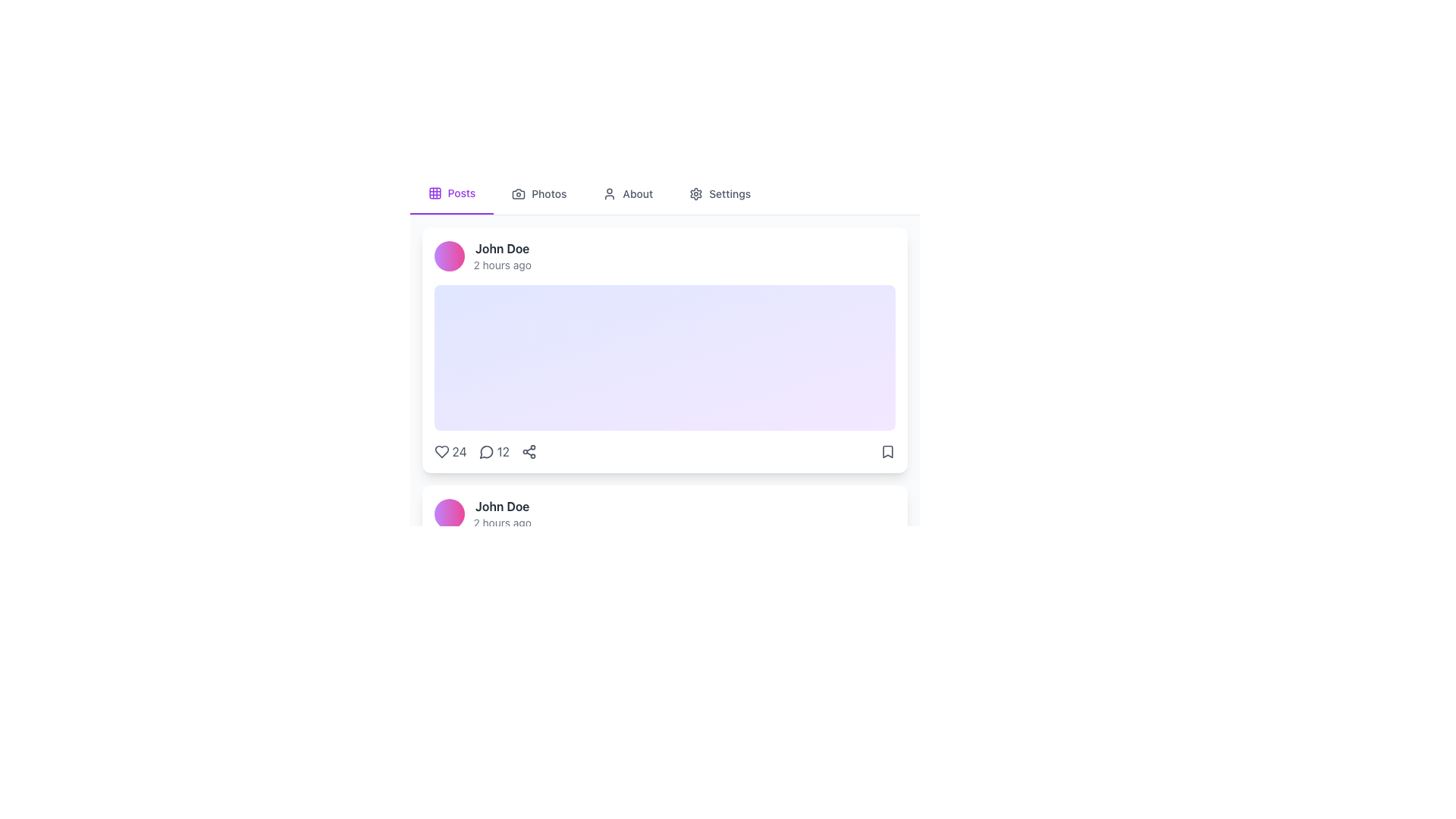 This screenshot has height=819, width=1456. What do you see at coordinates (441, 451) in the screenshot?
I see `the heart-shaped icon located at the bottom-left corner of the post layout to like the post` at bounding box center [441, 451].